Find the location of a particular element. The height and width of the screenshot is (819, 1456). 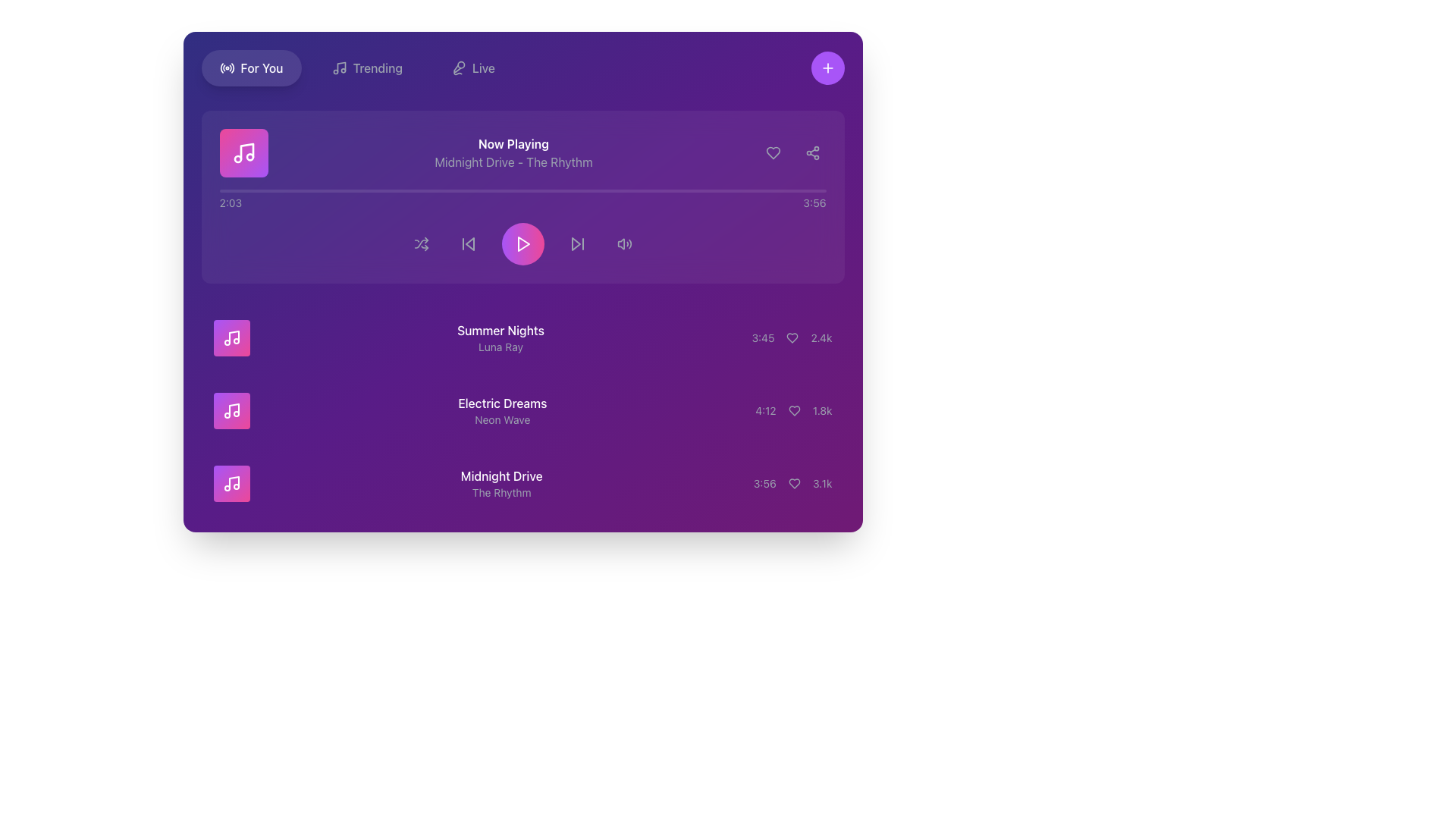

the interactive media control bar, which features a purple gradient and icons for media control, located beneath the 'Now Playing' text is located at coordinates (522, 243).